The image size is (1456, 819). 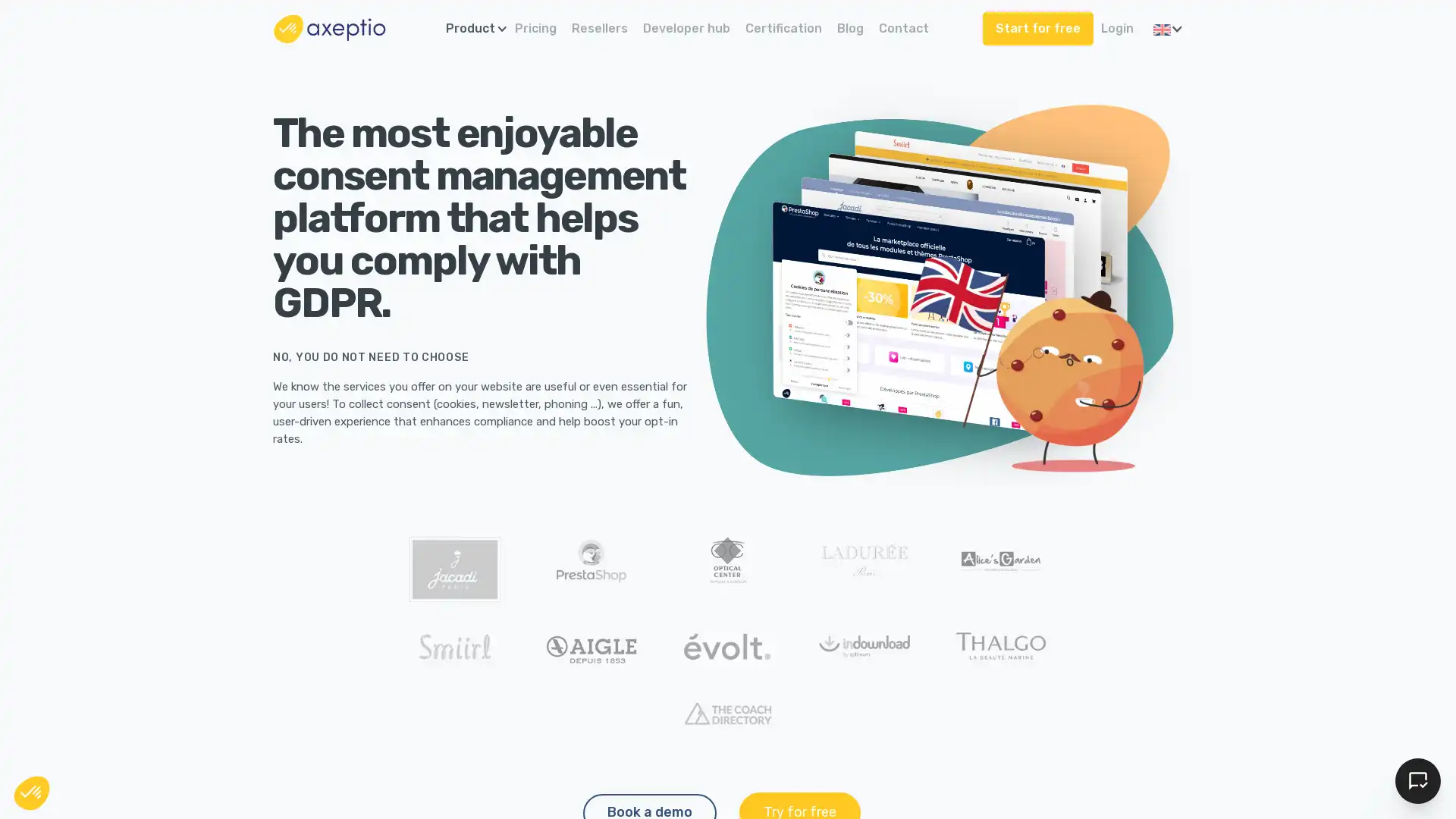 I want to click on No, thanks, so click(x=67, y=735).